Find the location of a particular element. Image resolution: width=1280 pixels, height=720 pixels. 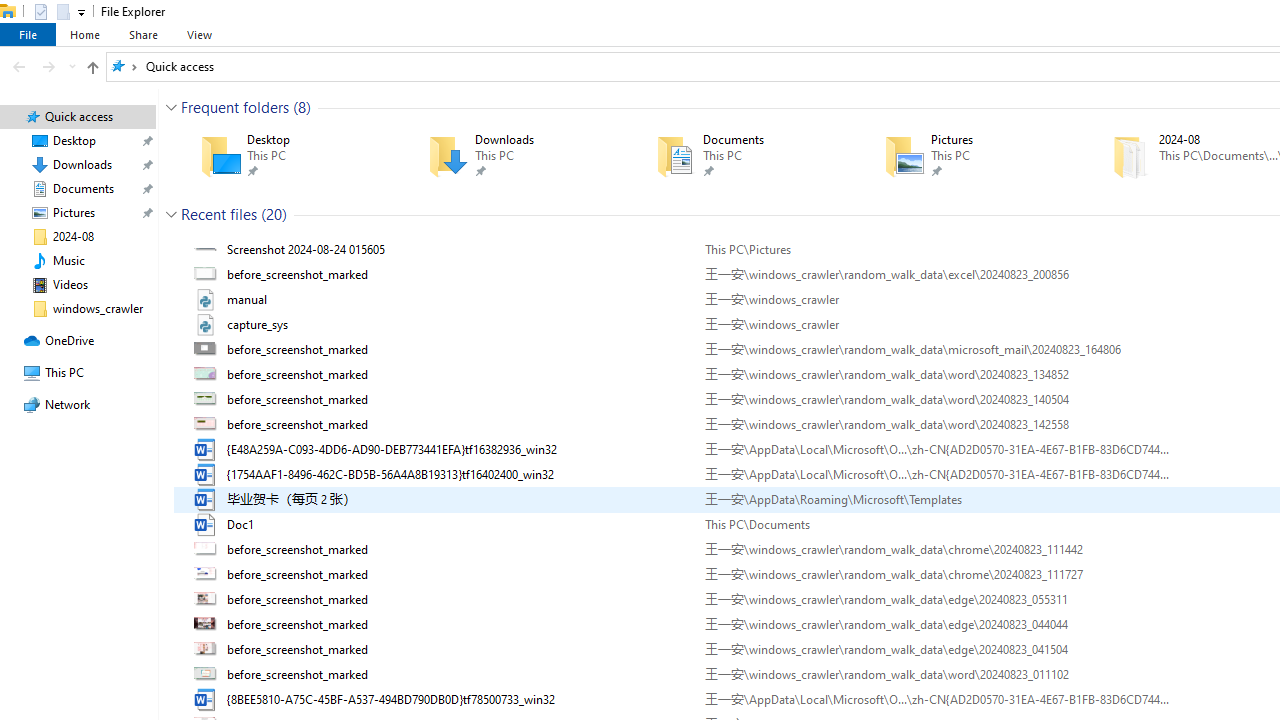

'Name' is located at coordinates (457, 698).